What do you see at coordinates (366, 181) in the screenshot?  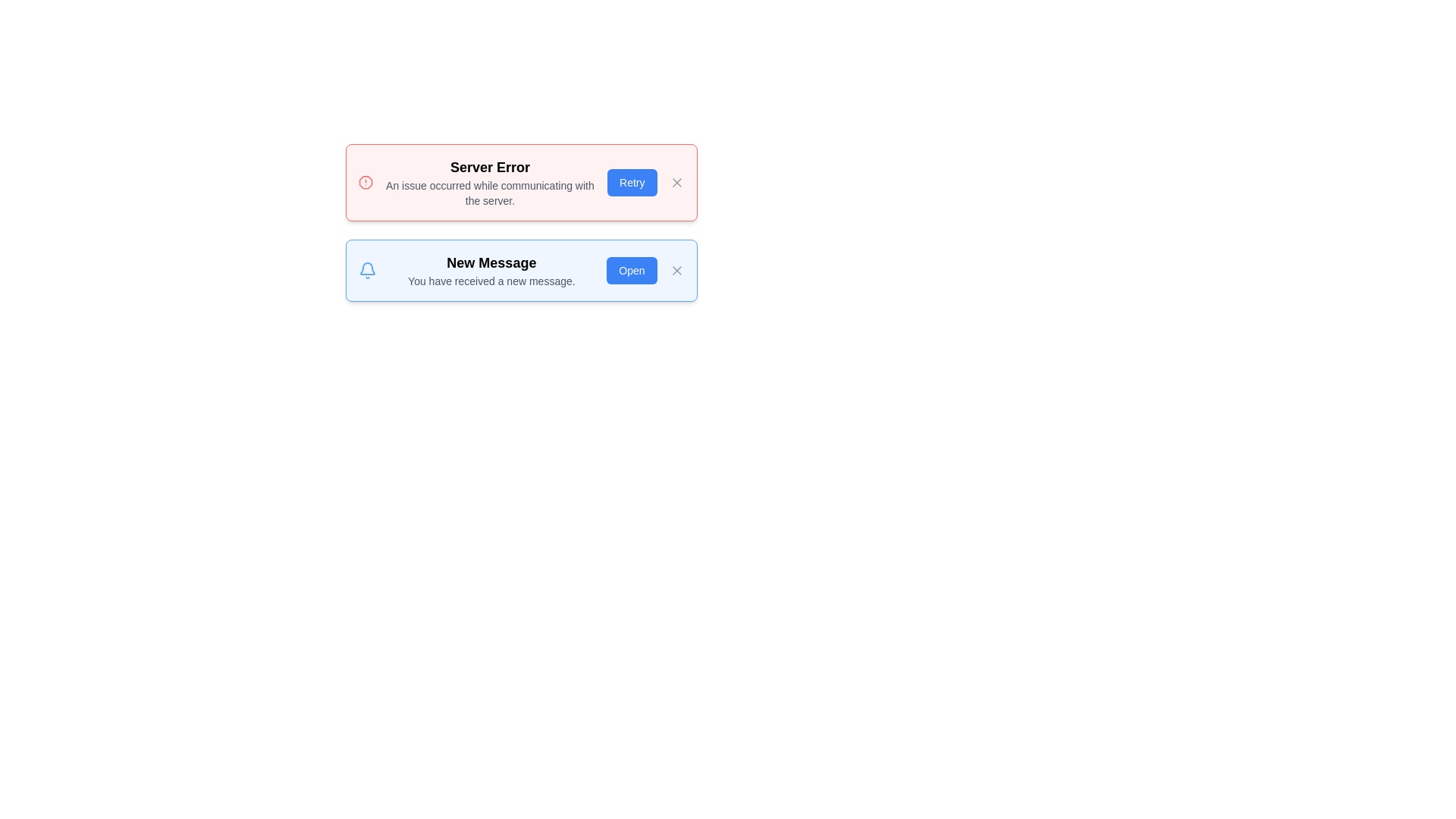 I see `the warning icon located on the left side of the 'Server Error' message group, adjacent to the text 'Server Error' and 'An issue occurred while communicating with the server.'` at bounding box center [366, 181].